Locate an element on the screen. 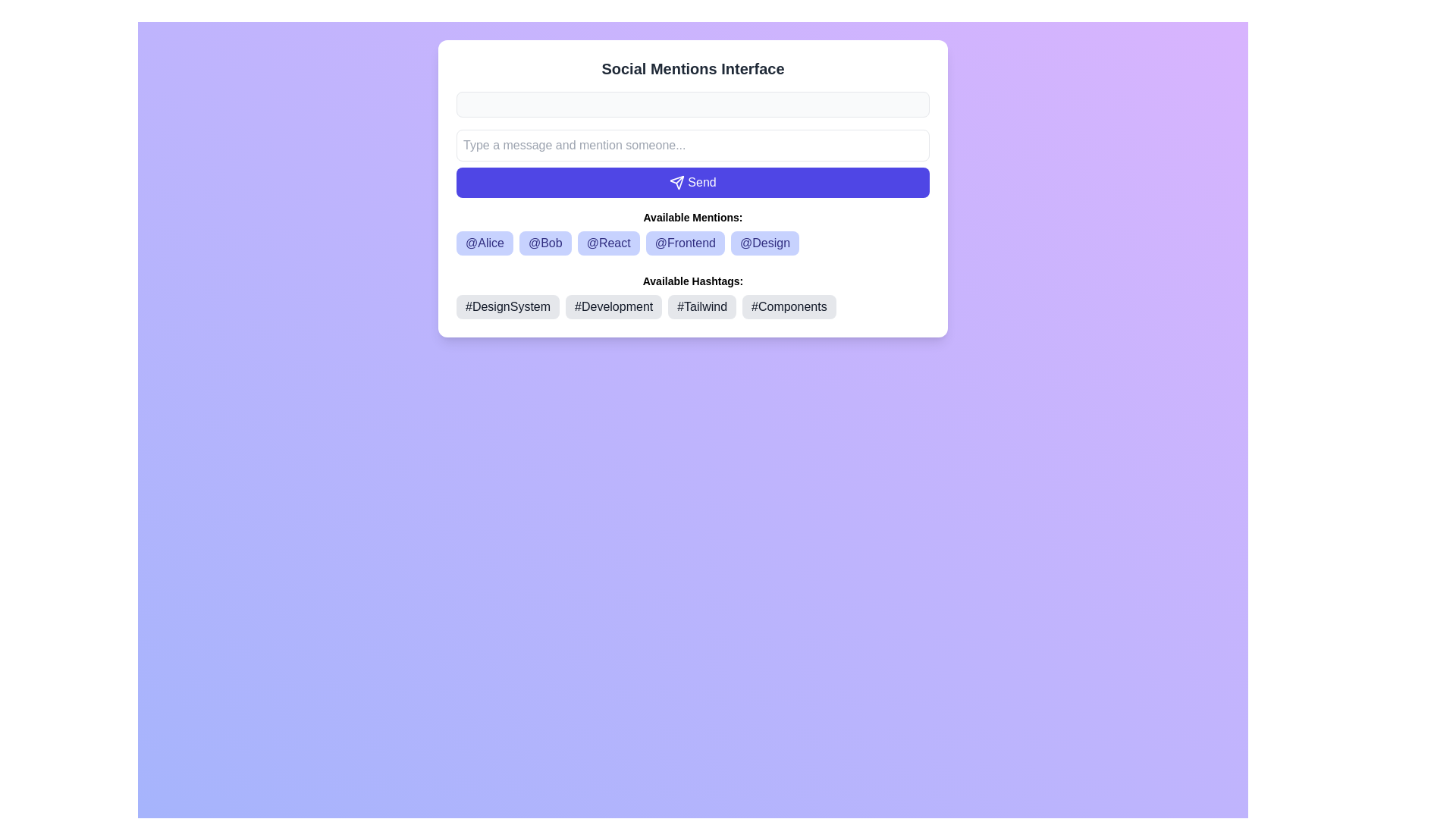 This screenshot has height=819, width=1456. the '@Alice' label in the 'Available Mentions' section is located at coordinates (484, 242).